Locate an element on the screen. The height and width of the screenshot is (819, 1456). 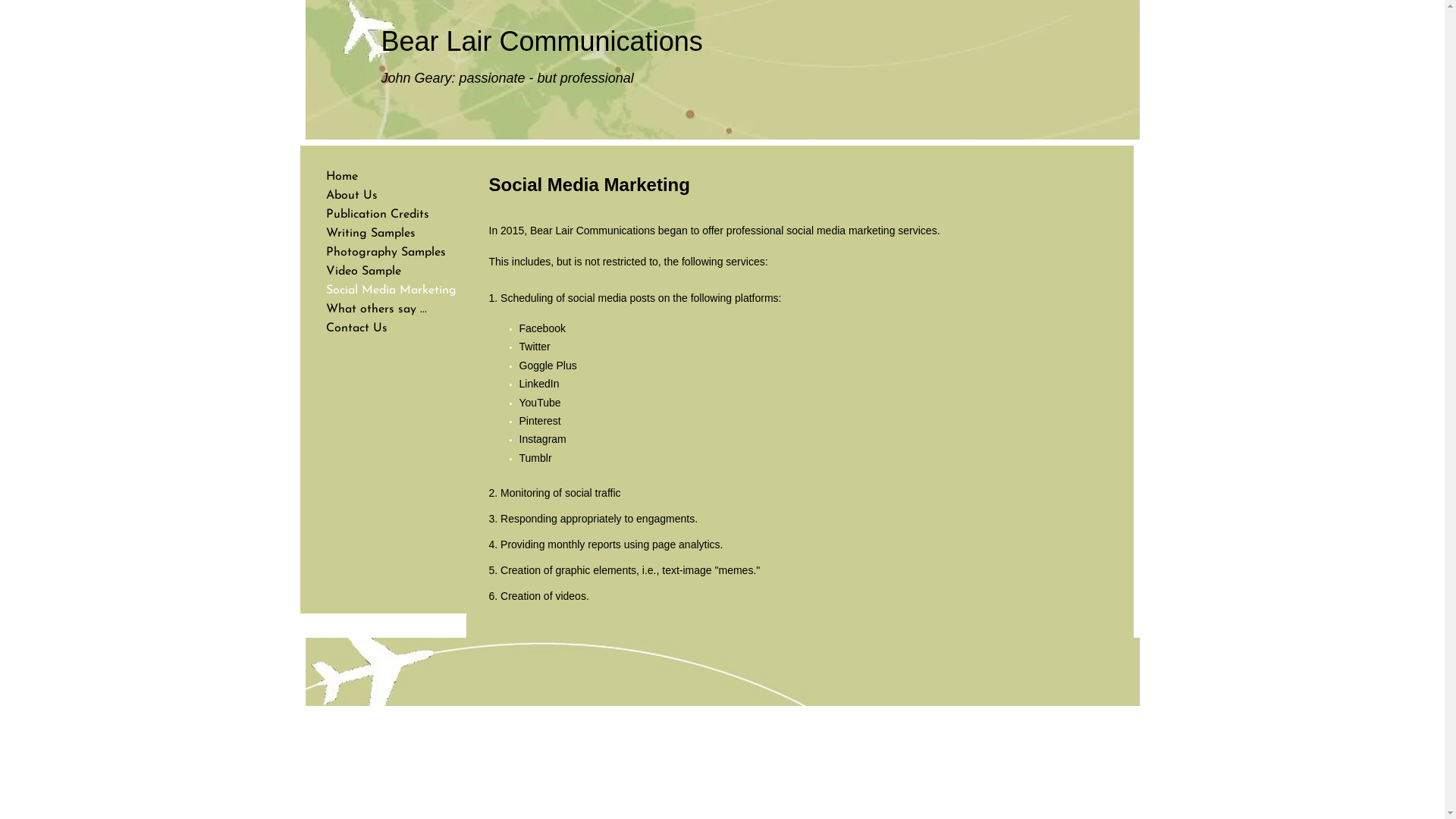
'Contact Us' is located at coordinates (356, 327).